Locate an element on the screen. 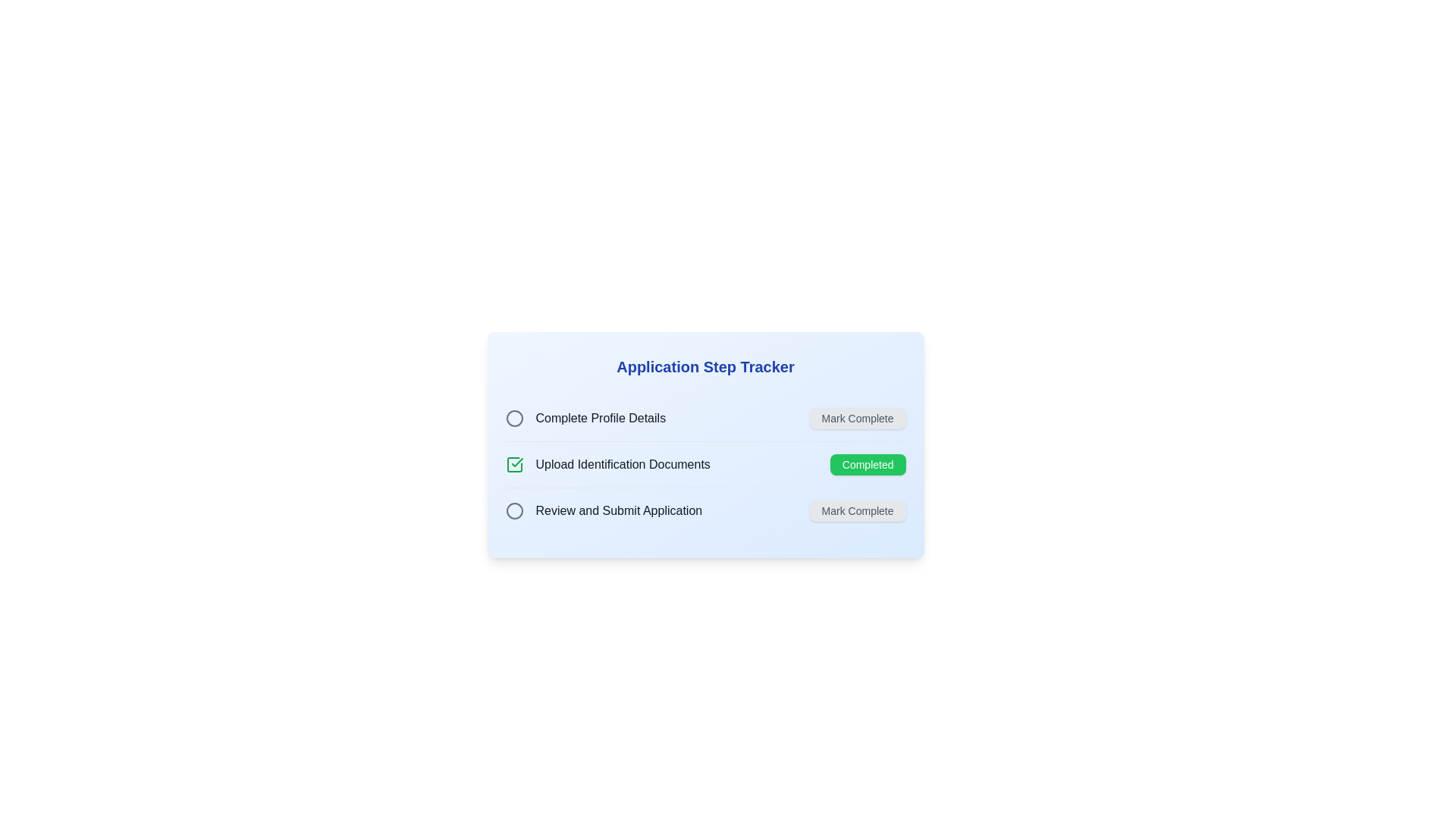 The height and width of the screenshot is (819, 1456). the completion status button for the 'Upload Identification Documents' task in the second row of the 'Application Step Tracker' interface to acknowledge or confirm the status is located at coordinates (868, 464).